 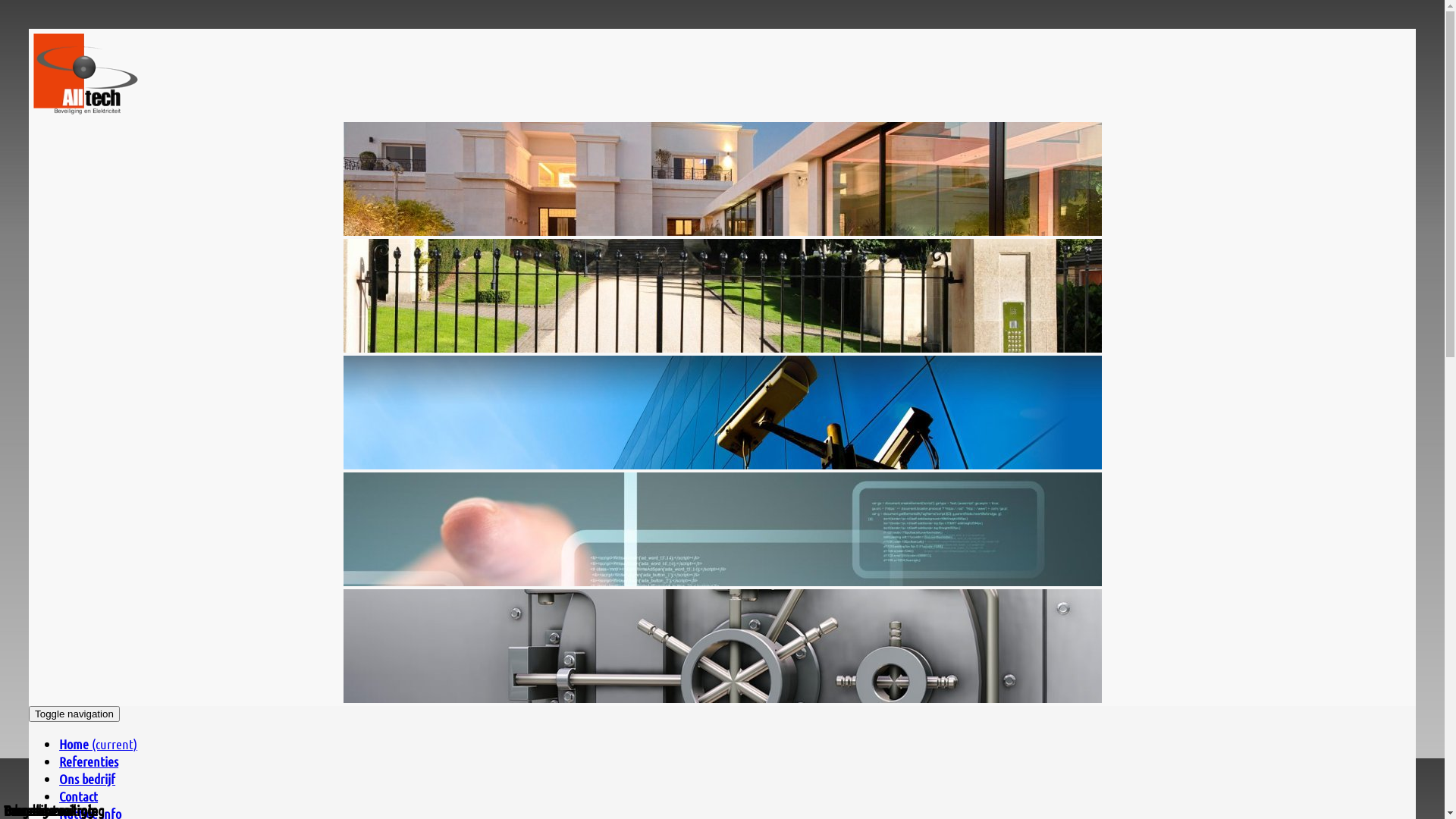 What do you see at coordinates (77, 795) in the screenshot?
I see `'Contact'` at bounding box center [77, 795].